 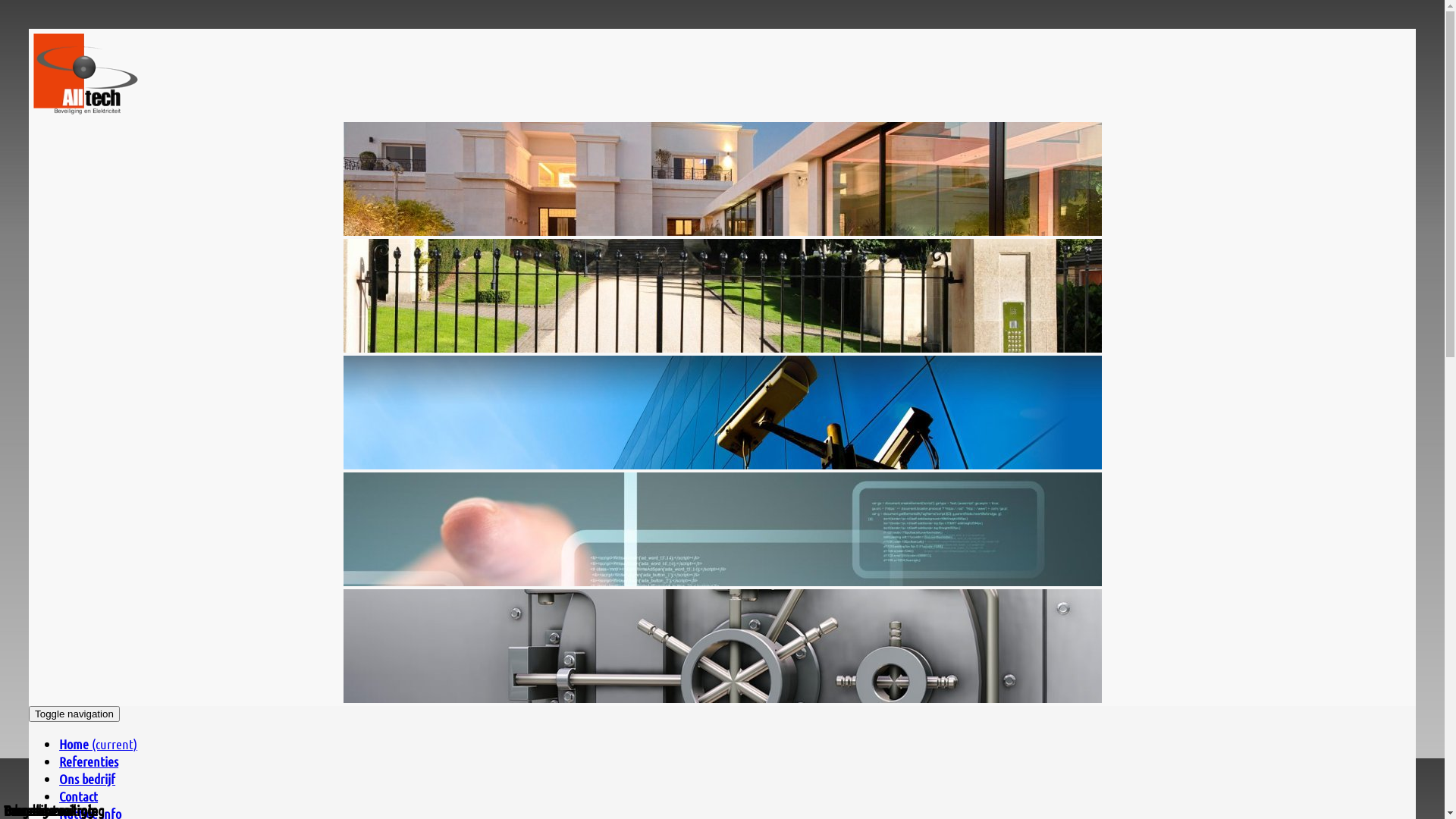 What do you see at coordinates (77, 795) in the screenshot?
I see `'Contact'` at bounding box center [77, 795].